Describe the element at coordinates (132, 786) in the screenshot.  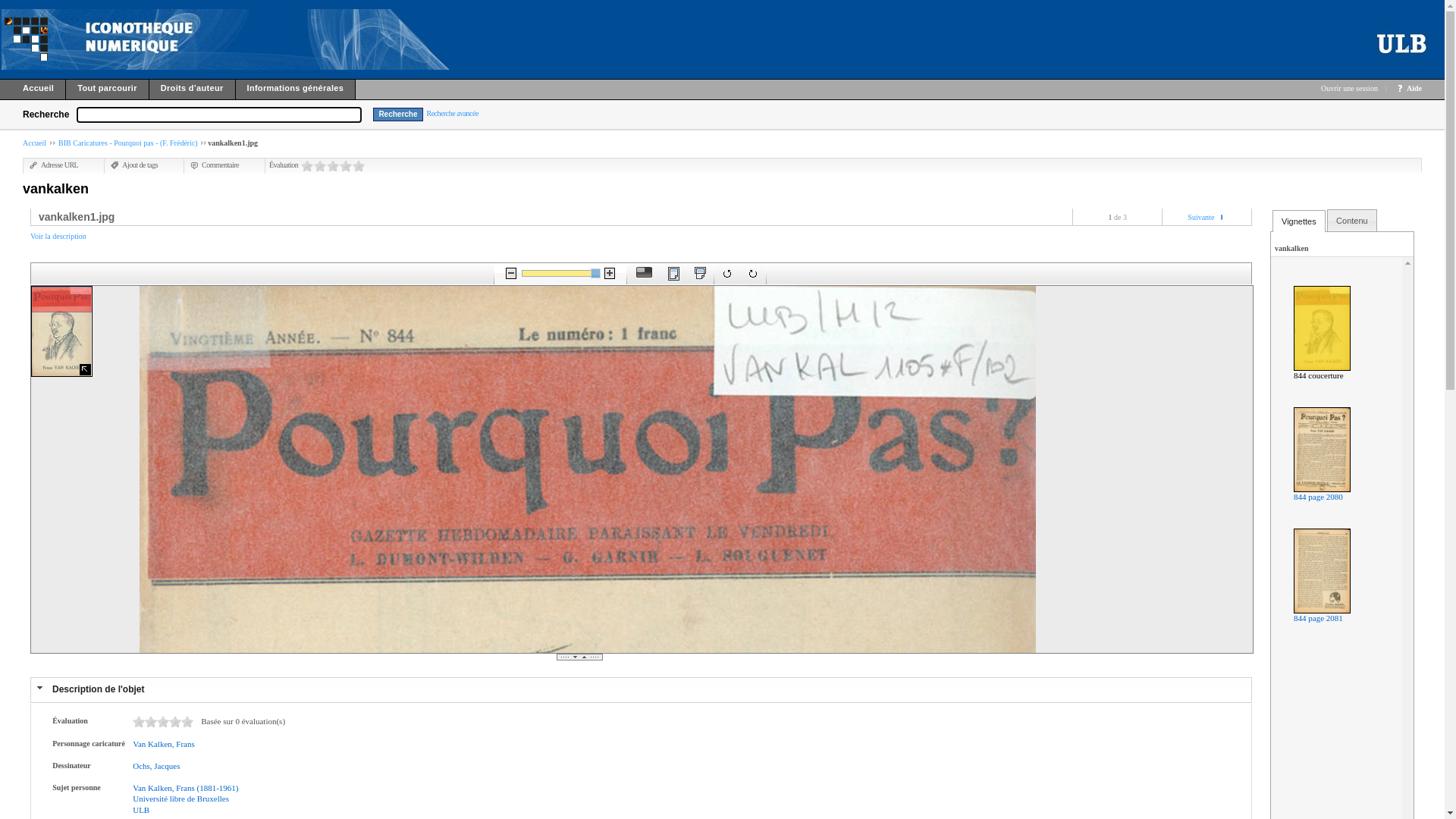
I see `'Van Kalken, Frans (1881-1961)'` at that location.